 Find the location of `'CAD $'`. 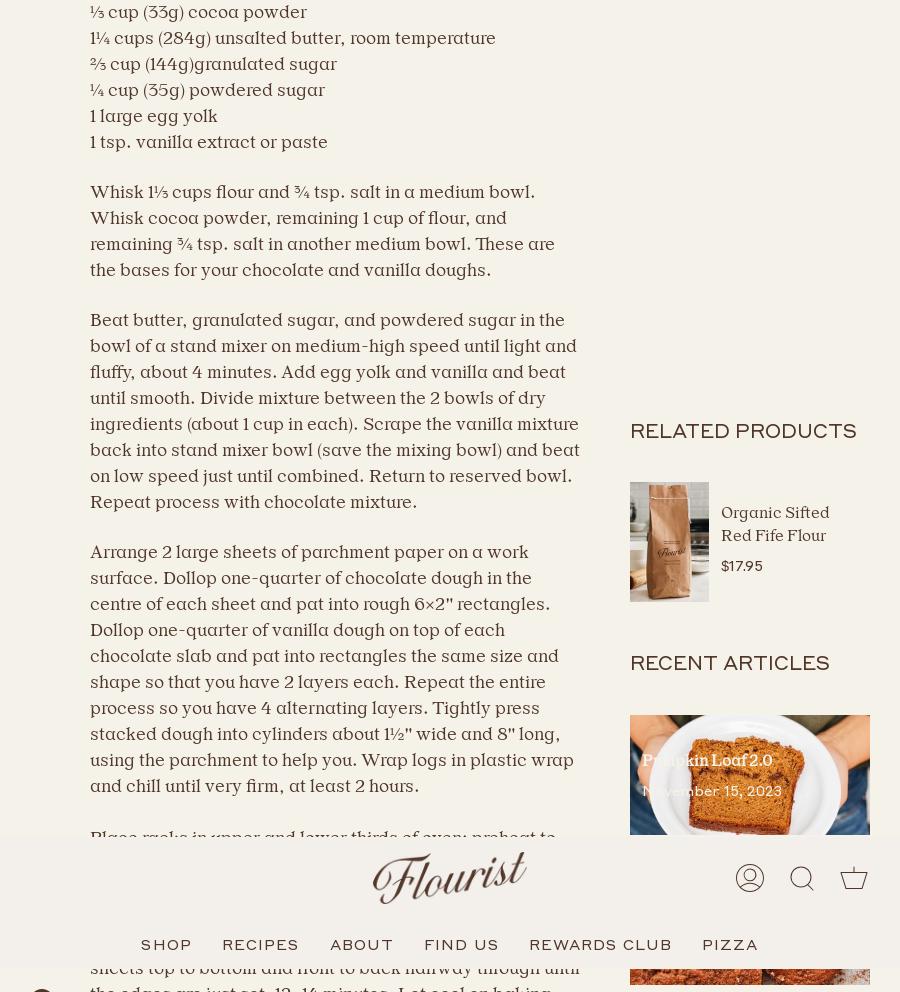

'CAD $' is located at coordinates (60, 918).